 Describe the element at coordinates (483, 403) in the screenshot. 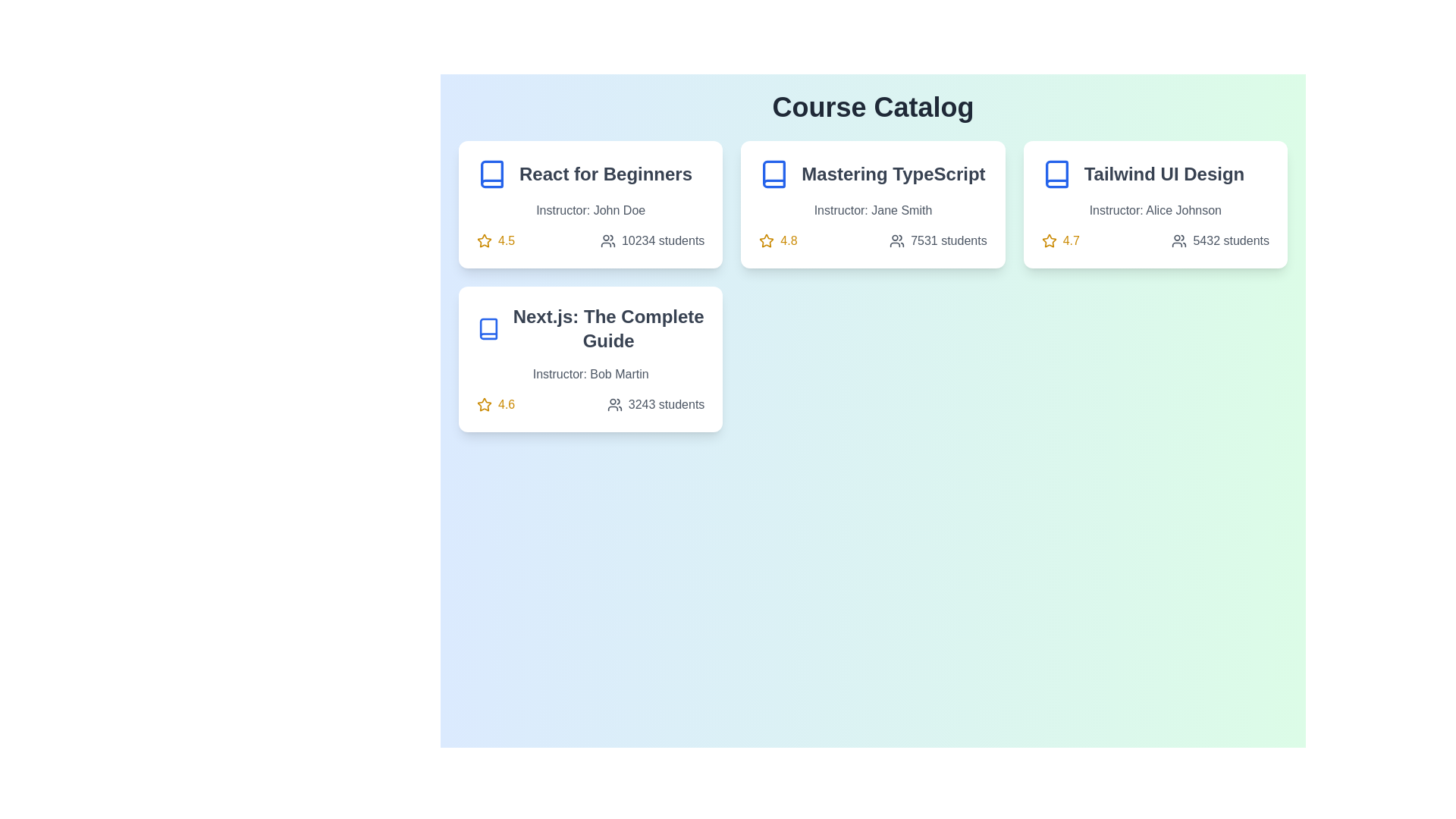

I see `the rating associated with the star icon positioned to the left of the rating number '4.6' in the second card labeled 'Next.js: The Complete Guide' within the 'Course Catalog'` at that location.